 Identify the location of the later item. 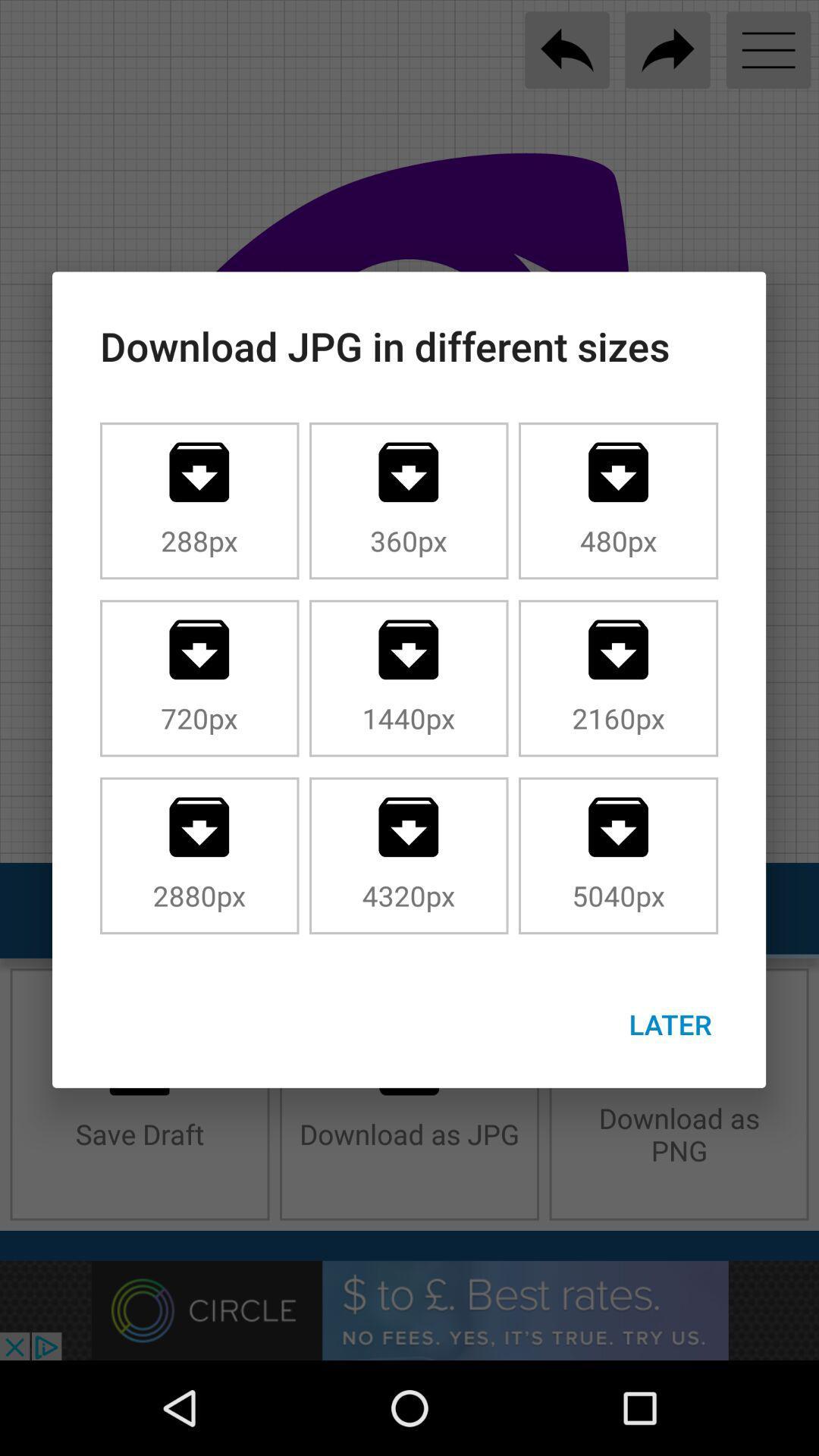
(670, 1024).